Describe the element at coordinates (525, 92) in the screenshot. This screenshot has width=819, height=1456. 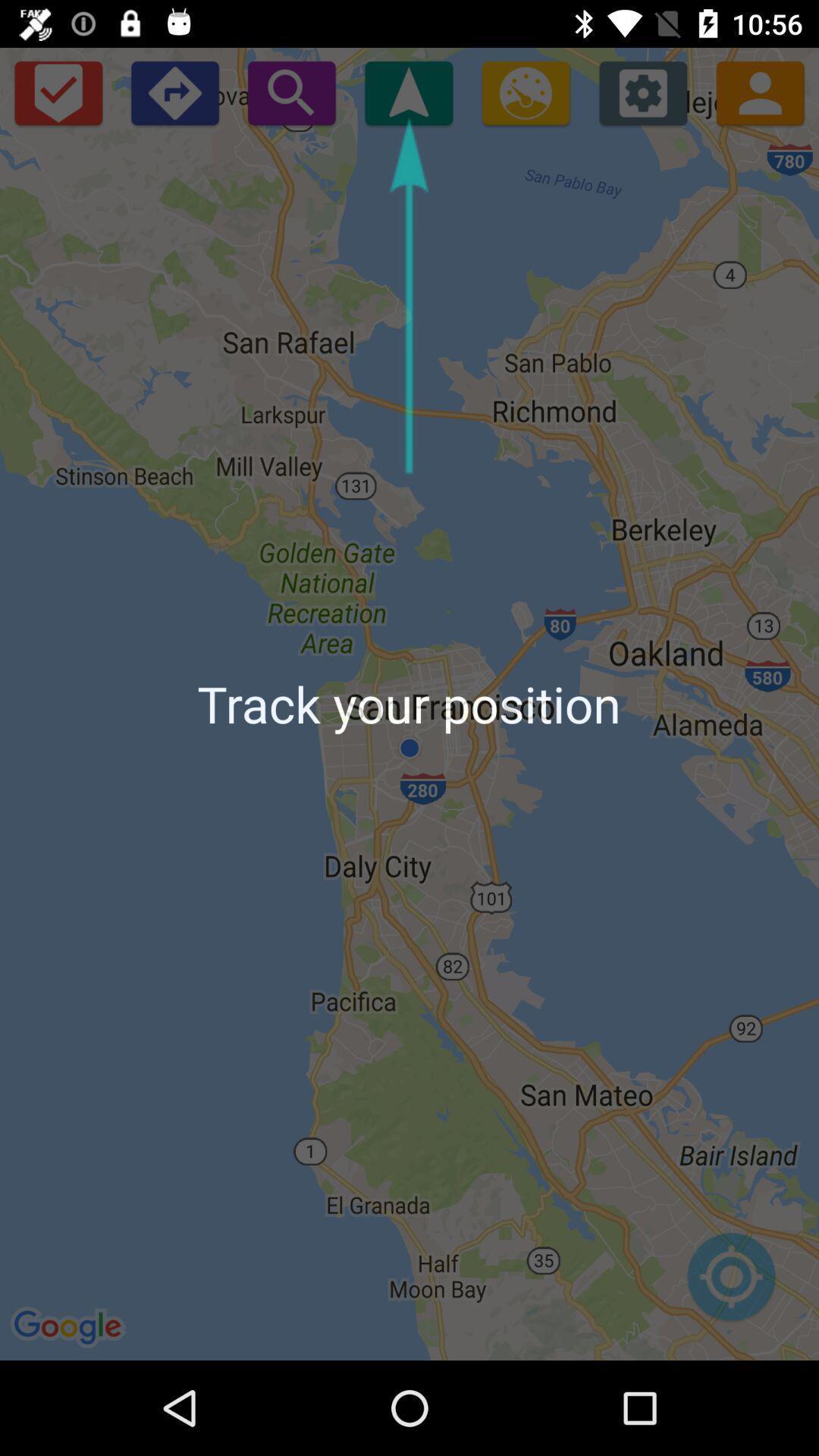
I see `the settings icon` at that location.